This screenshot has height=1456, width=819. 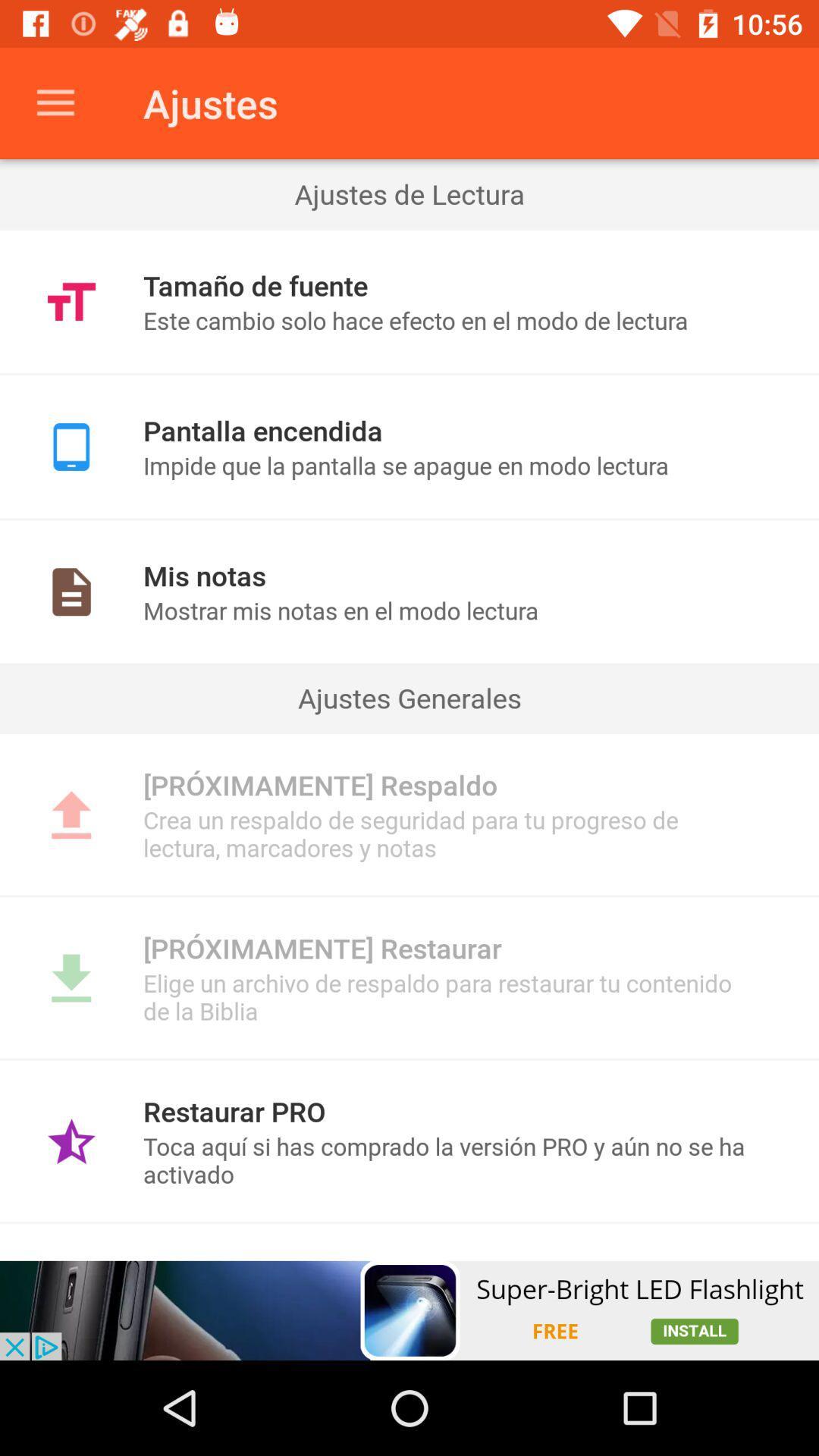 I want to click on restaurar pro, so click(x=234, y=1111).